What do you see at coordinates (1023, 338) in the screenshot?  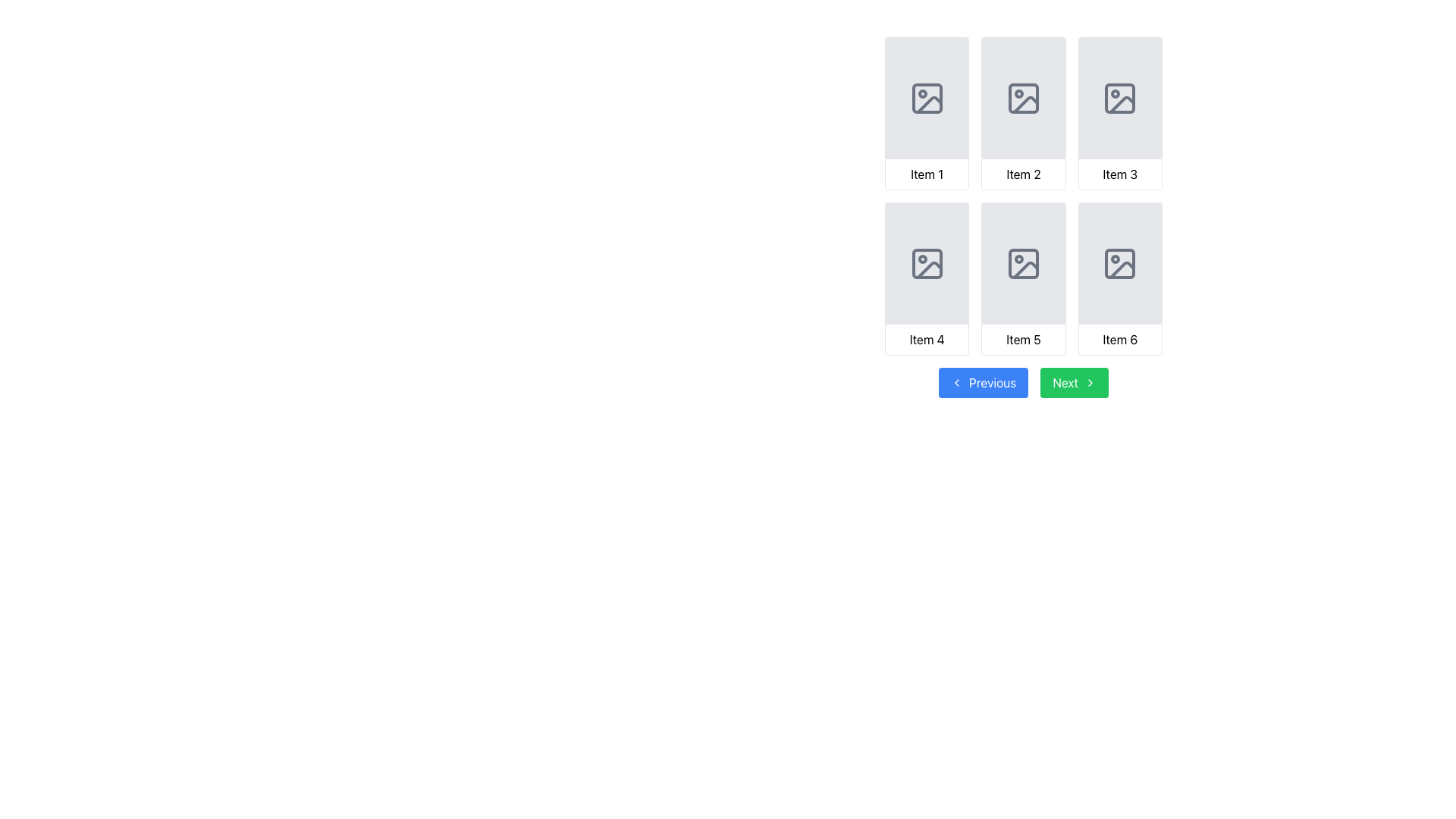 I see `static text display element serving as the label for 'Item 5', located at the center of the fifth card in the grid layout` at bounding box center [1023, 338].